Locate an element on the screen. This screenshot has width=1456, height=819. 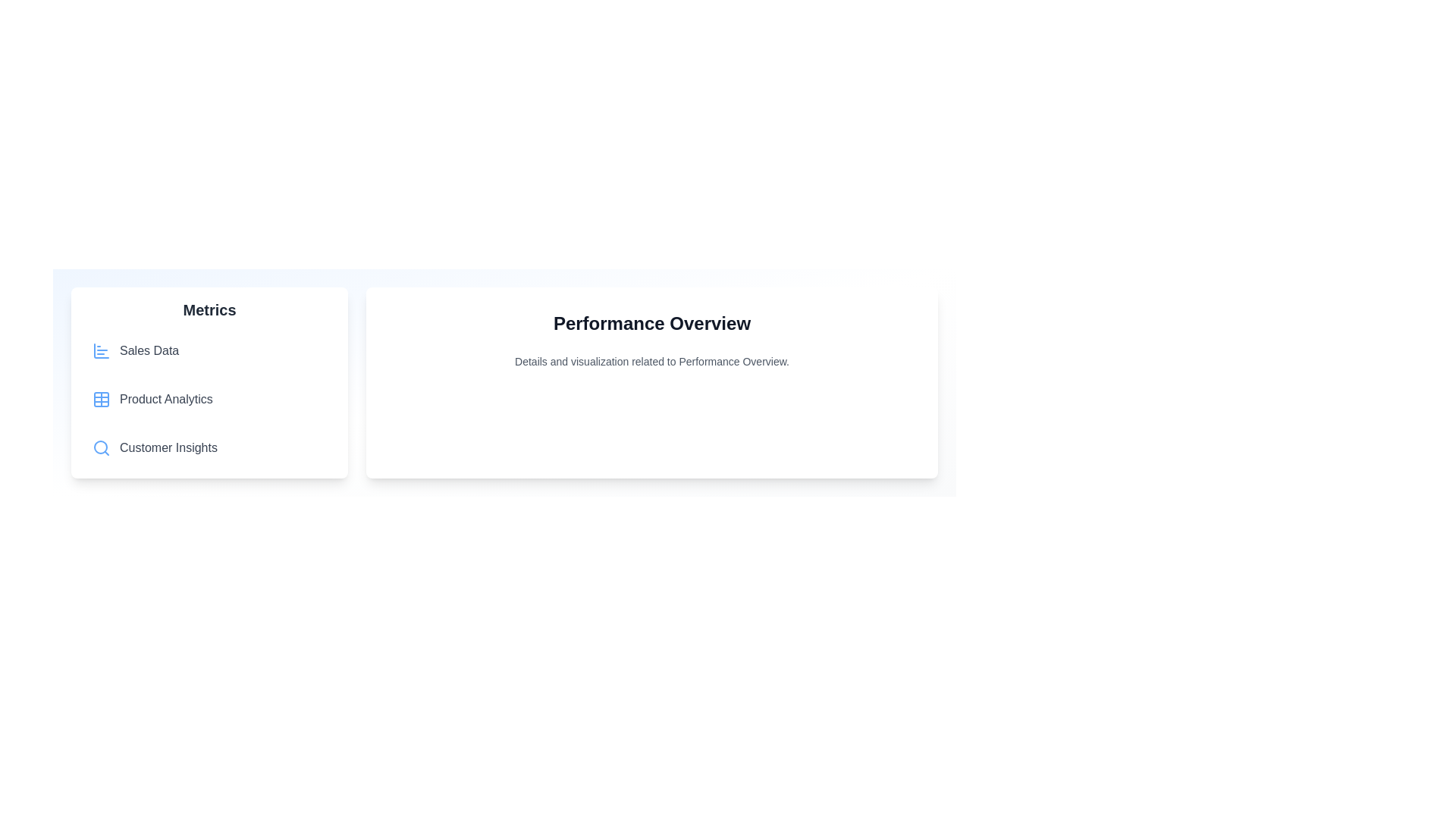
text from the text label displaying 'Sales Data', which is styled with a medium font weight and gray color, located at the top of a vertical list of options is located at coordinates (149, 350).